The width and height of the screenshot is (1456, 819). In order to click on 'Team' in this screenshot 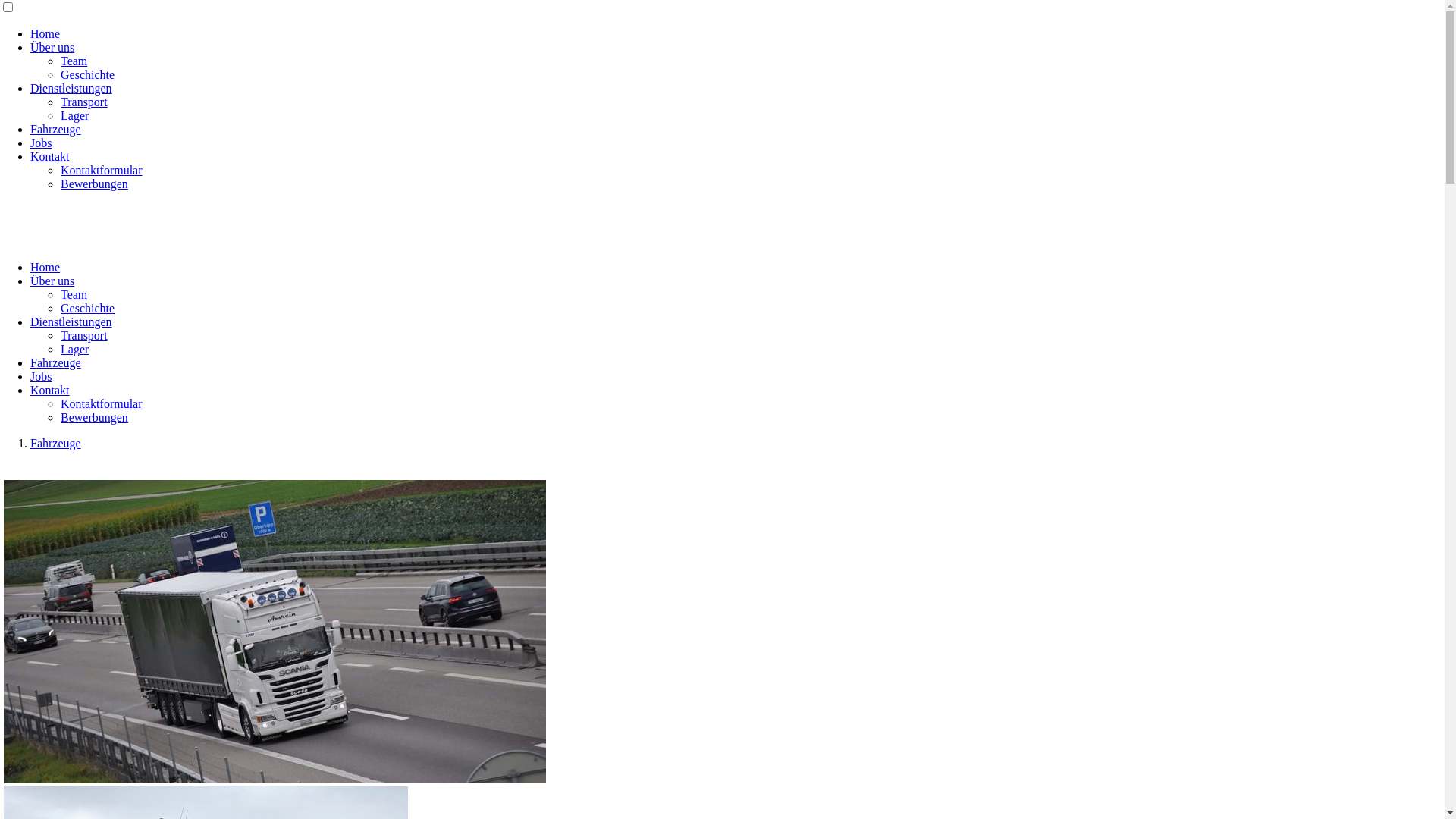, I will do `click(73, 294)`.